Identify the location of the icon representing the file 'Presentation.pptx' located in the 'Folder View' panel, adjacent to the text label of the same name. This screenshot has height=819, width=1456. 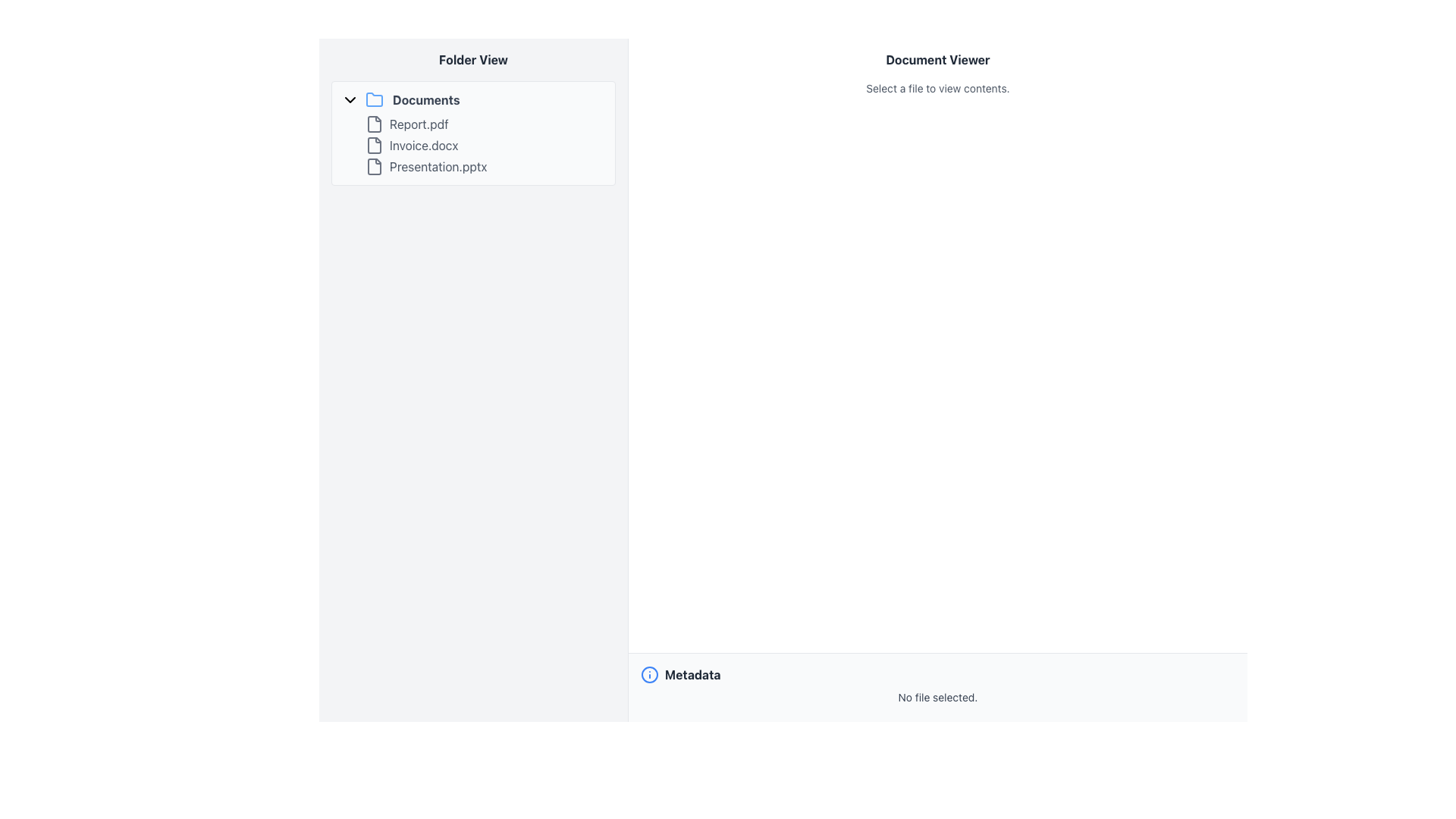
(375, 166).